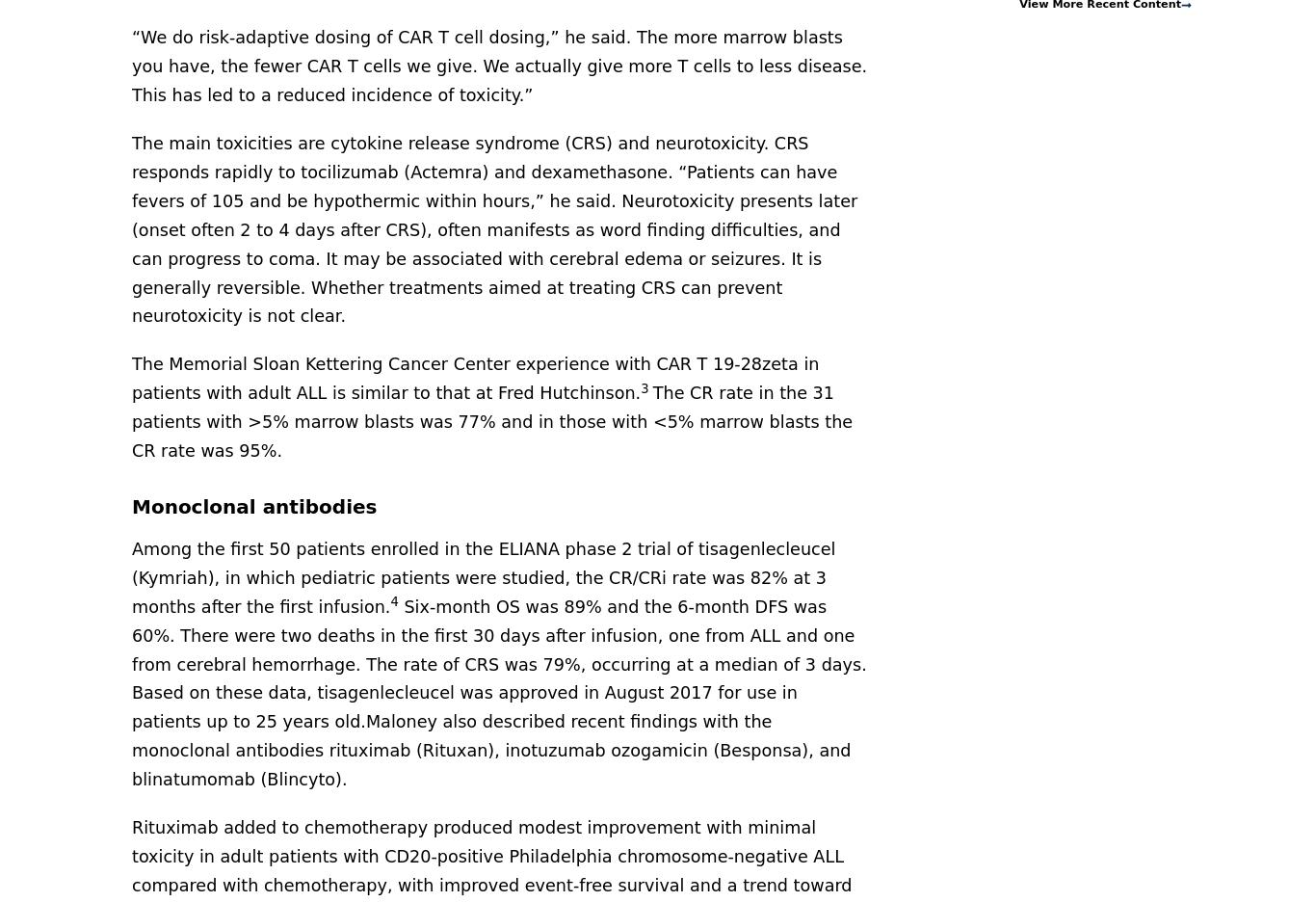 The image size is (1316, 902). Describe the element at coordinates (131, 66) in the screenshot. I see `'“We do risk-adaptive dosing of CAR T cell dosing,” he said. The more marrow blasts you have, the fewer CAR T cells we give. We actually give more T cells to less disease. This has led to a reduced incidence of toxicity.”'` at that location.